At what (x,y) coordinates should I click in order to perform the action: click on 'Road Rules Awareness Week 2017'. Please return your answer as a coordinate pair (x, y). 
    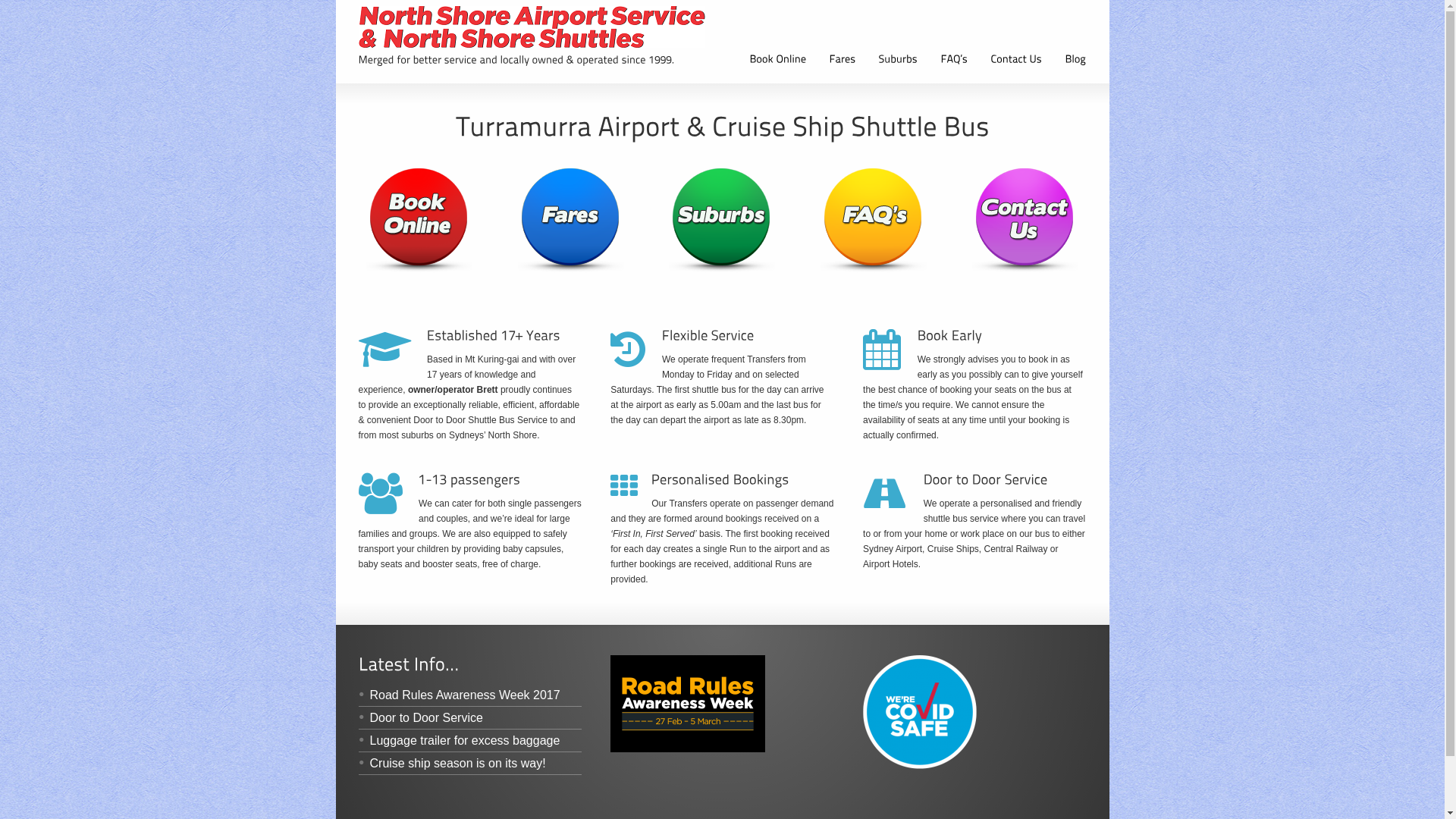
    Looking at the image, I should click on (457, 695).